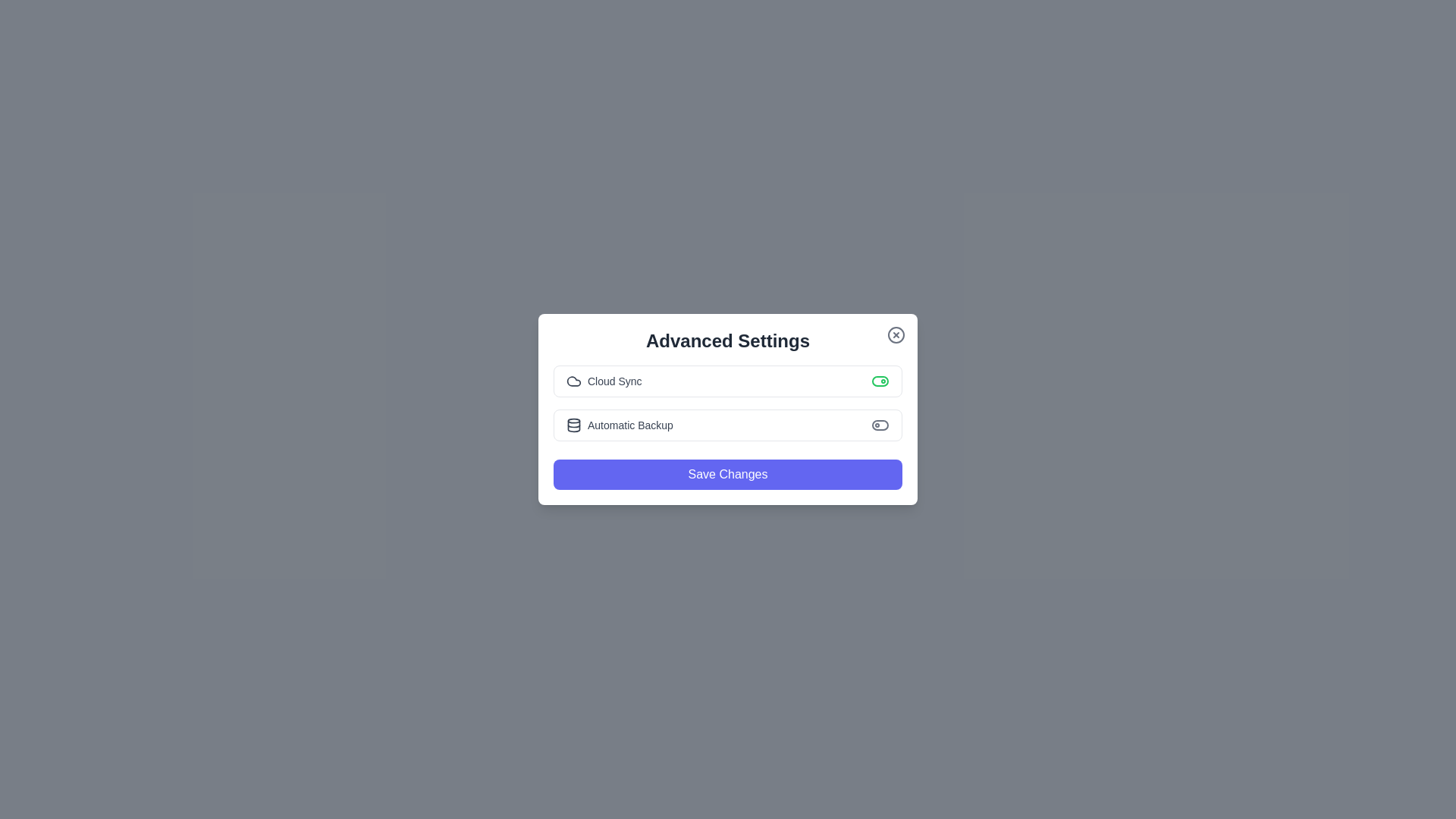 The width and height of the screenshot is (1456, 819). I want to click on the database icon representing the Automatic Backup feature, which is a black minimalist cylinder icon located on the left-most side of the list item, so click(573, 425).